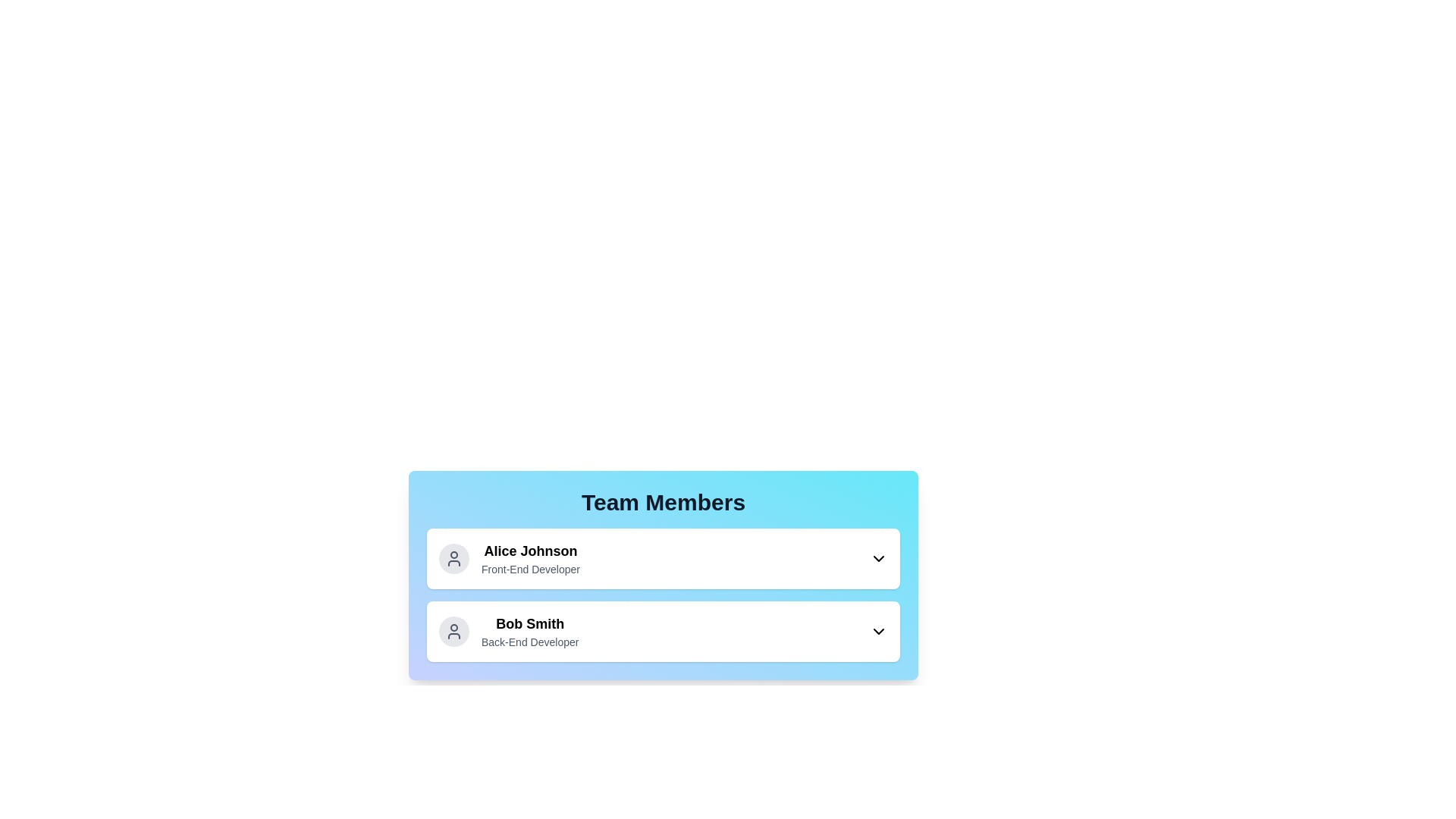 This screenshot has height=819, width=1456. I want to click on the profile Bob Smith to toggle its expanded state, so click(663, 632).